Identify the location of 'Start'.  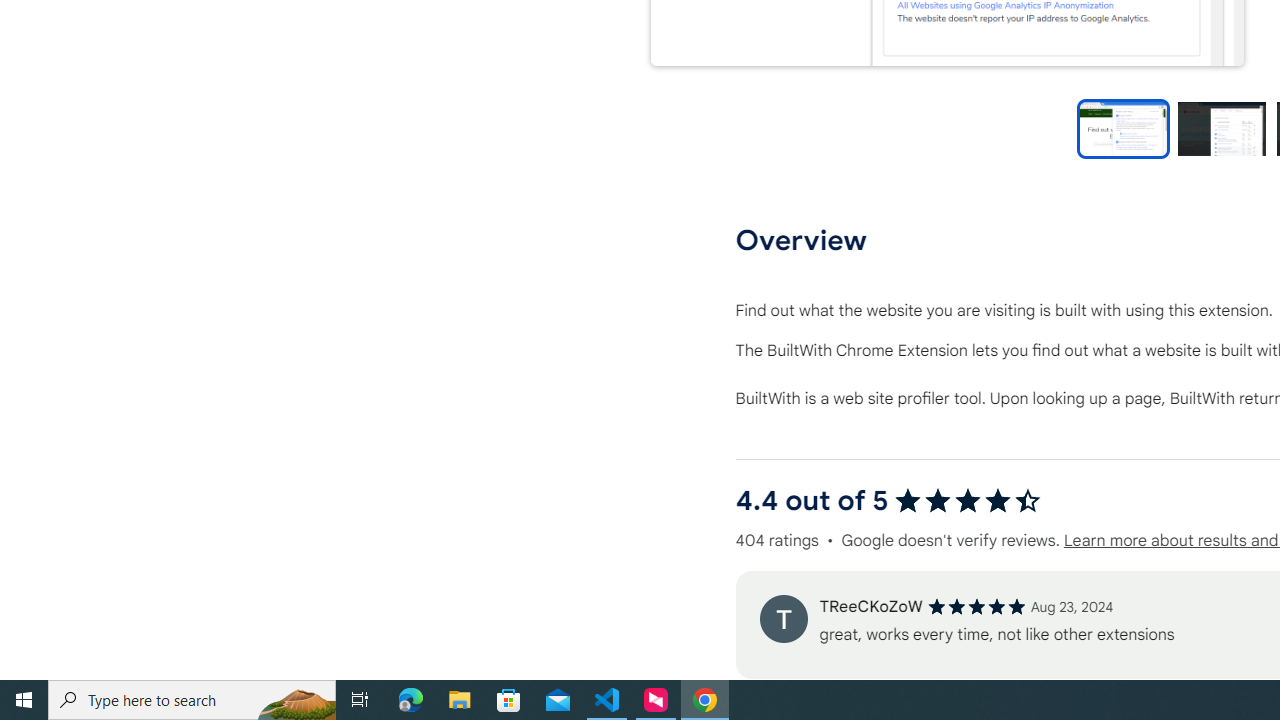
(24, 698).